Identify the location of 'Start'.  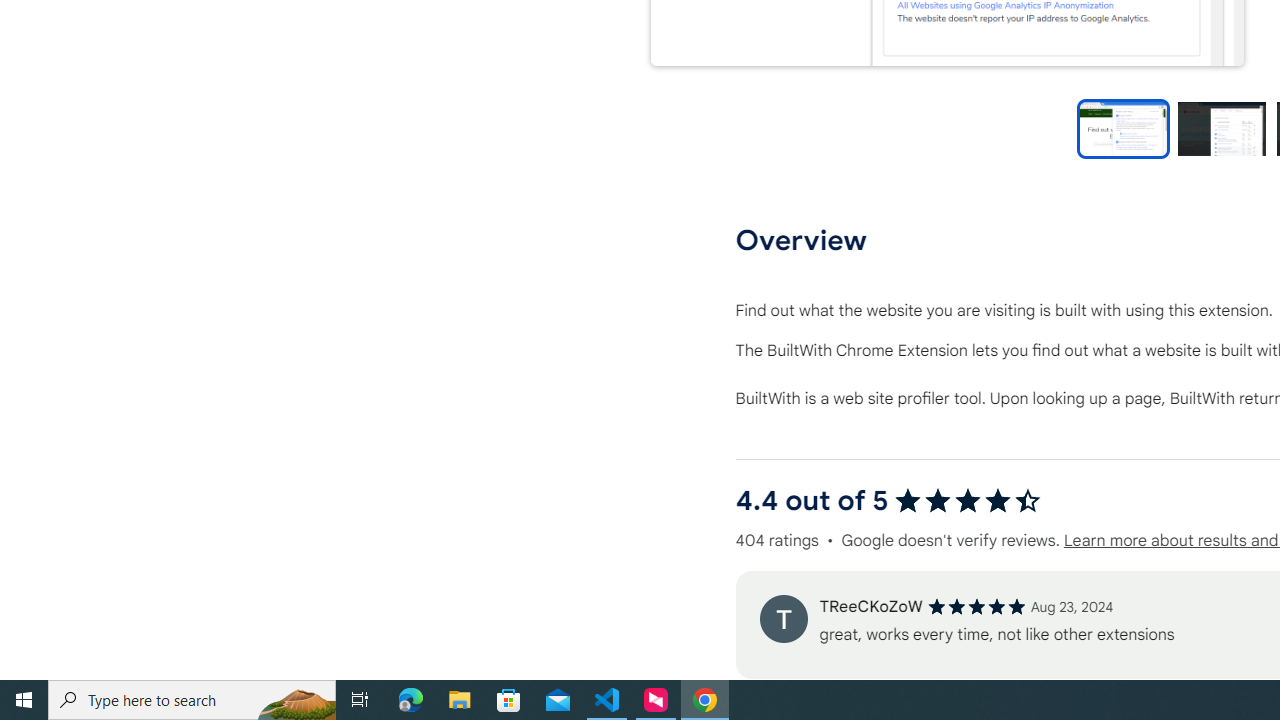
(24, 698).